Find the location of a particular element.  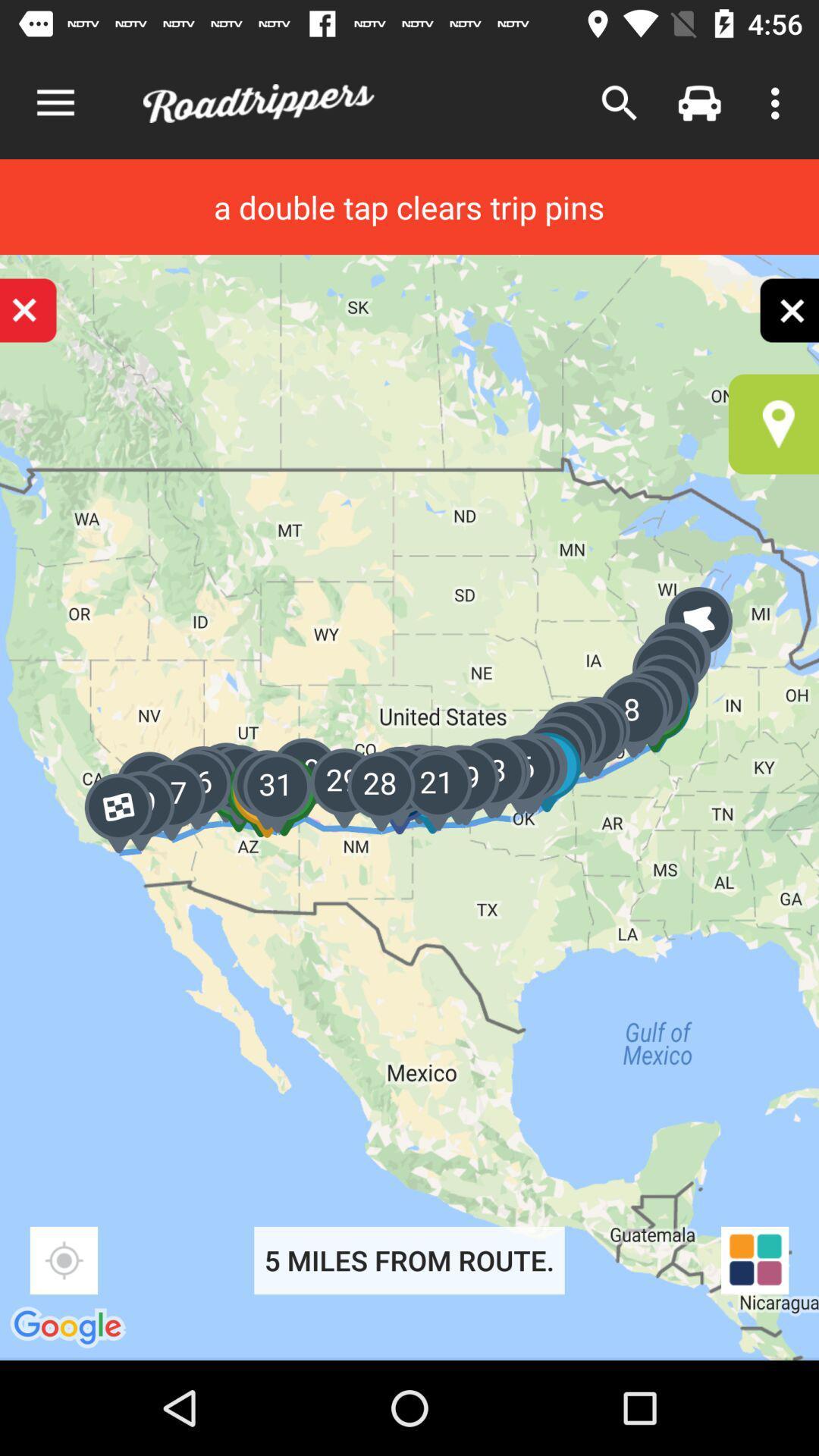

the close icon is located at coordinates (29, 309).